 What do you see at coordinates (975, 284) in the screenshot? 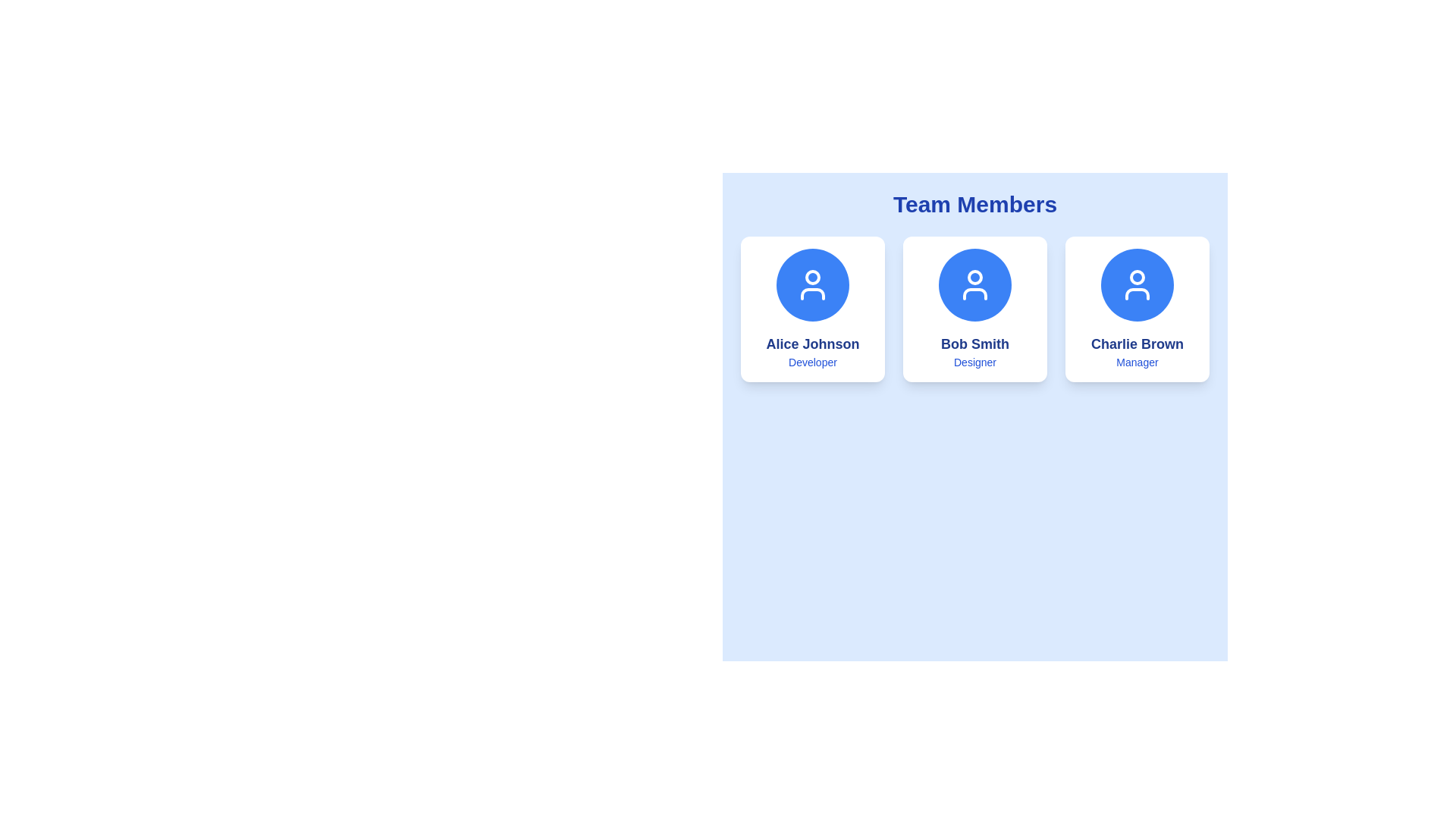
I see `the user icon with a blue background in the second card labeled 'Bob Smith Designer' under the 'Team Members' header` at bounding box center [975, 284].